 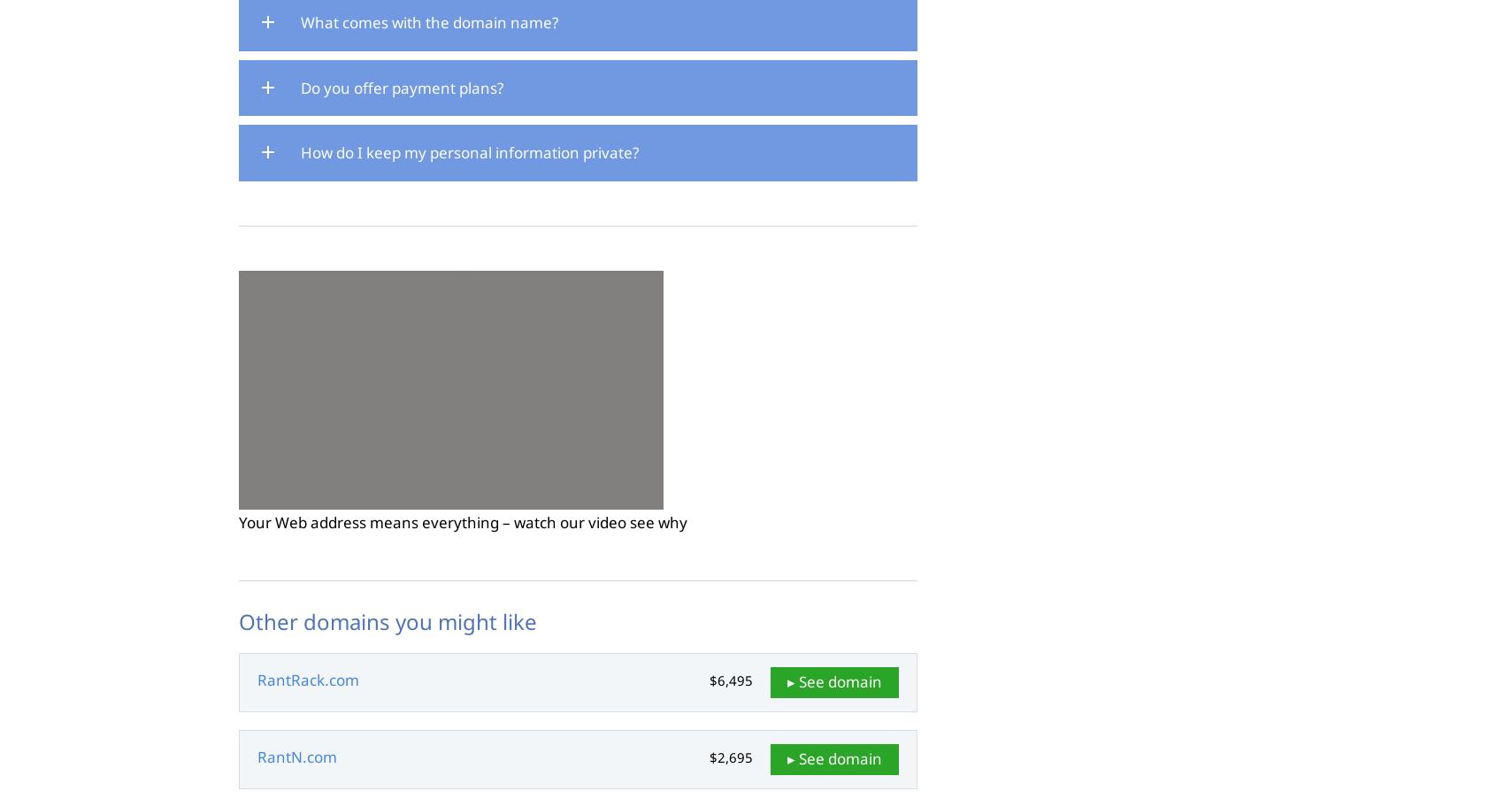 What do you see at coordinates (729, 757) in the screenshot?
I see `'$2,695'` at bounding box center [729, 757].